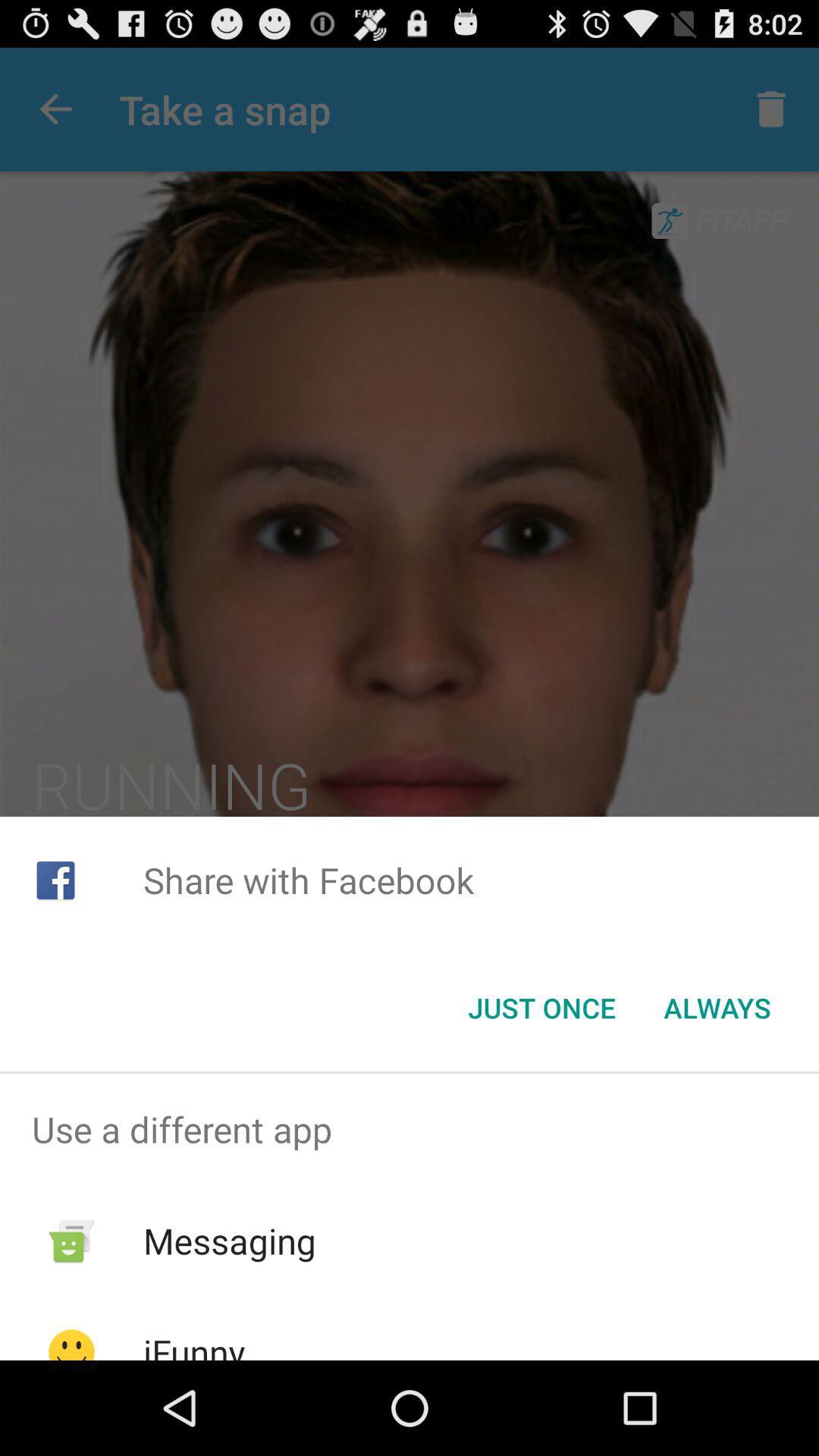 Image resolution: width=819 pixels, height=1456 pixels. What do you see at coordinates (193, 1344) in the screenshot?
I see `ifunny` at bounding box center [193, 1344].